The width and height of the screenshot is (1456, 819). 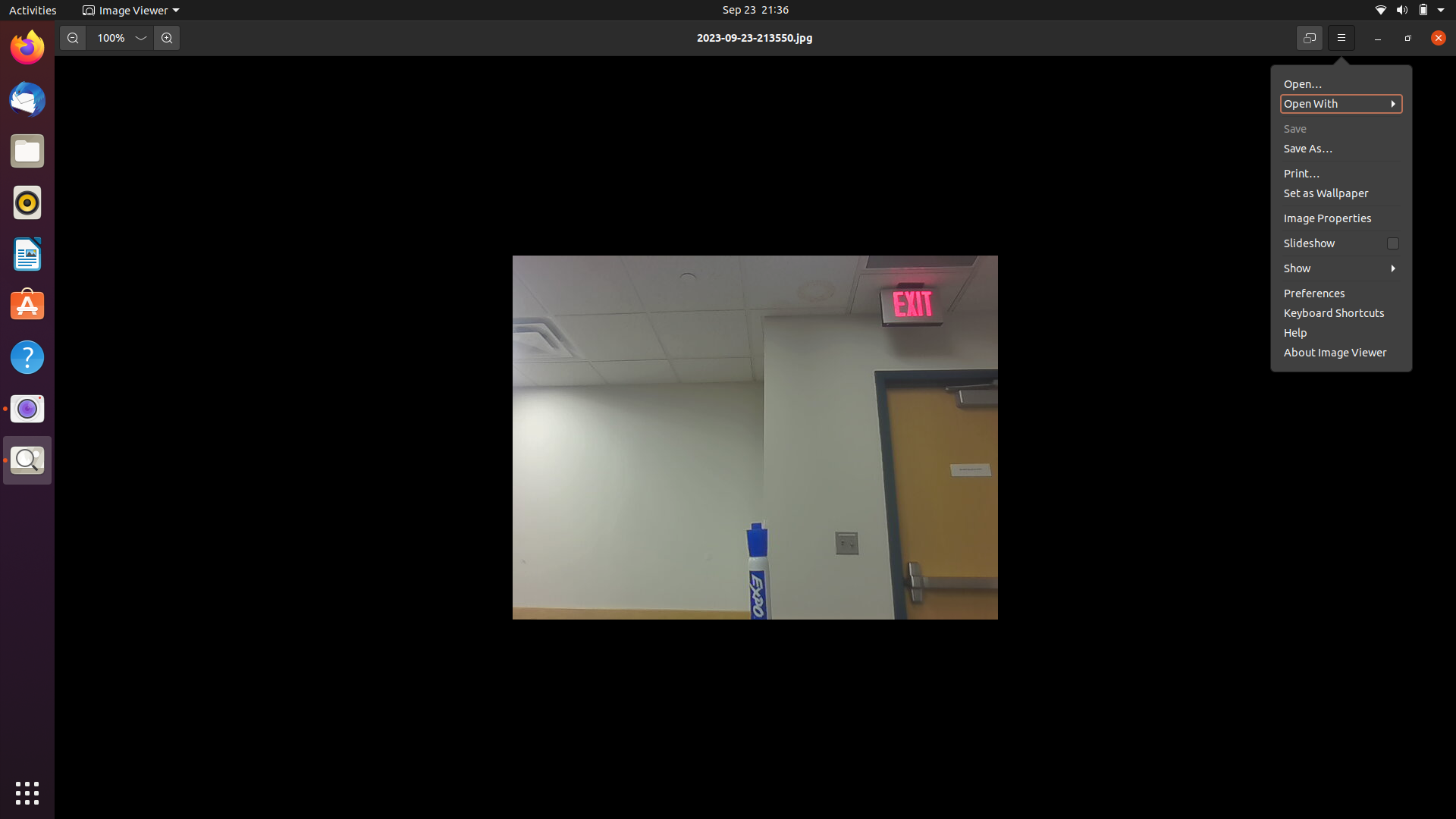 I want to click on Shut down the menu, so click(x=1341, y=37).